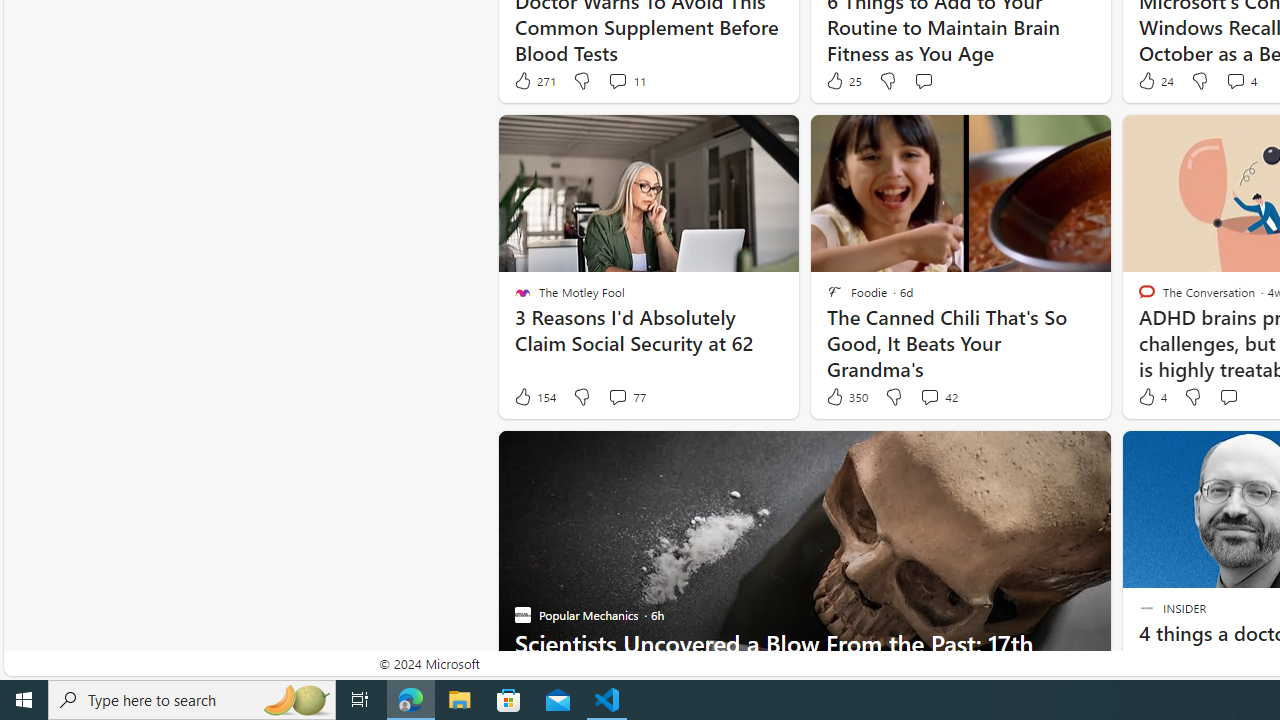  I want to click on '271 Like', so click(534, 80).